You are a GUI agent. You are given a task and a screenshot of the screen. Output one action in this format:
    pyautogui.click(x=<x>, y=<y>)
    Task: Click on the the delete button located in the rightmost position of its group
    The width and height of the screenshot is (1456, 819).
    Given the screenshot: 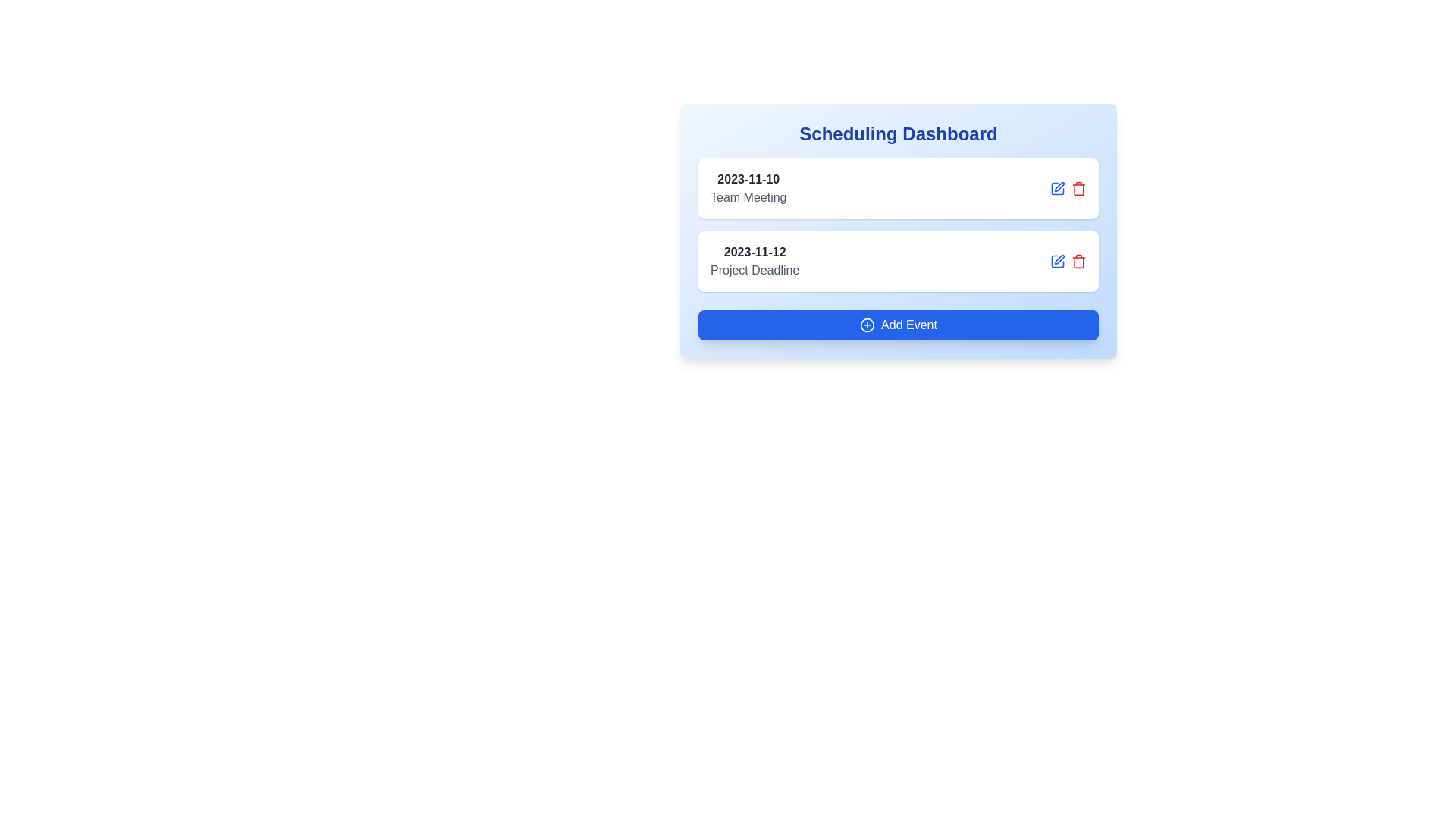 What is the action you would take?
    pyautogui.click(x=1078, y=260)
    